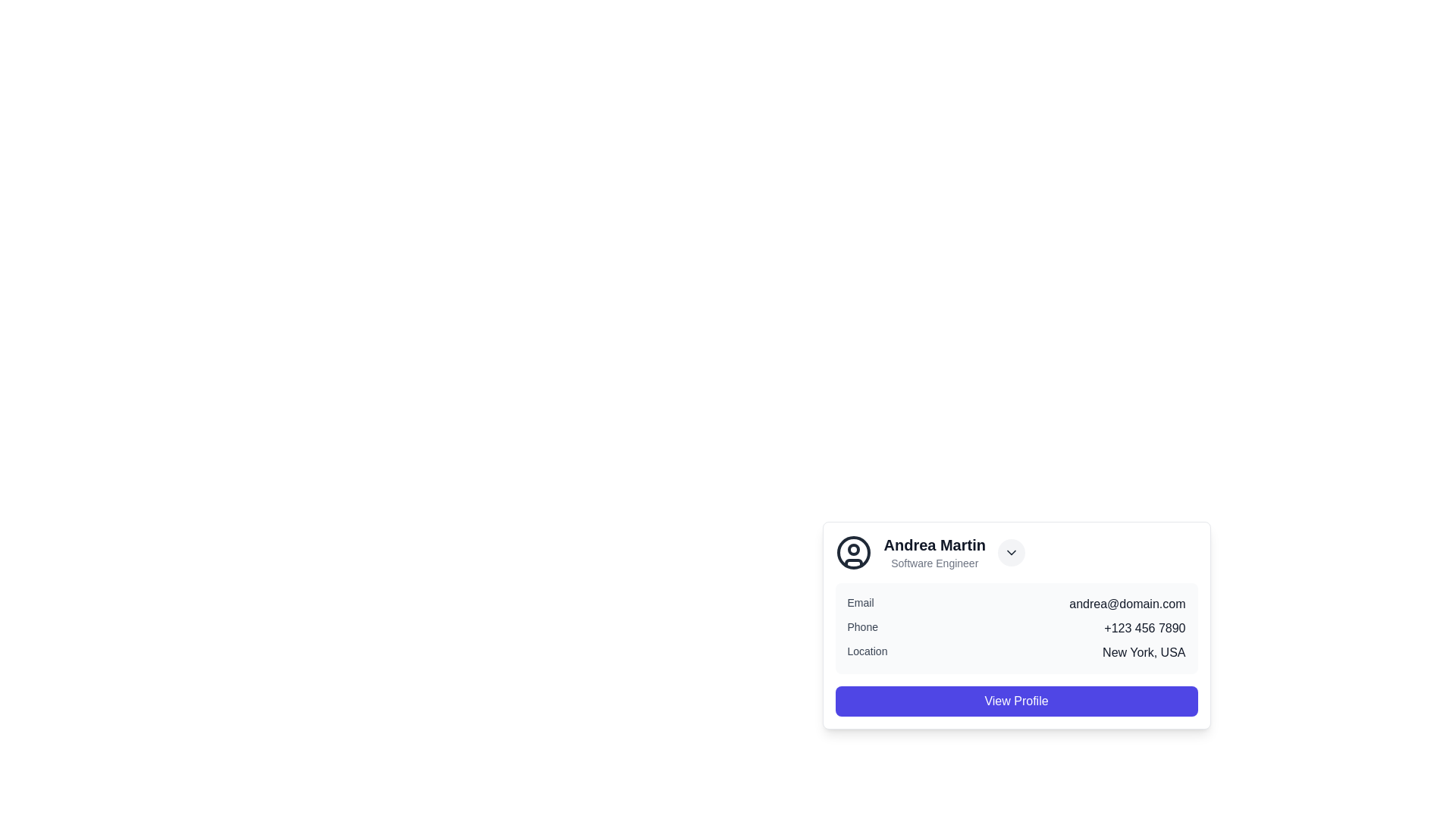 Image resolution: width=1456 pixels, height=819 pixels. Describe the element at coordinates (862, 629) in the screenshot. I see `the 'Phone' label in the profile card interface, which describes the associated phone number data` at that location.